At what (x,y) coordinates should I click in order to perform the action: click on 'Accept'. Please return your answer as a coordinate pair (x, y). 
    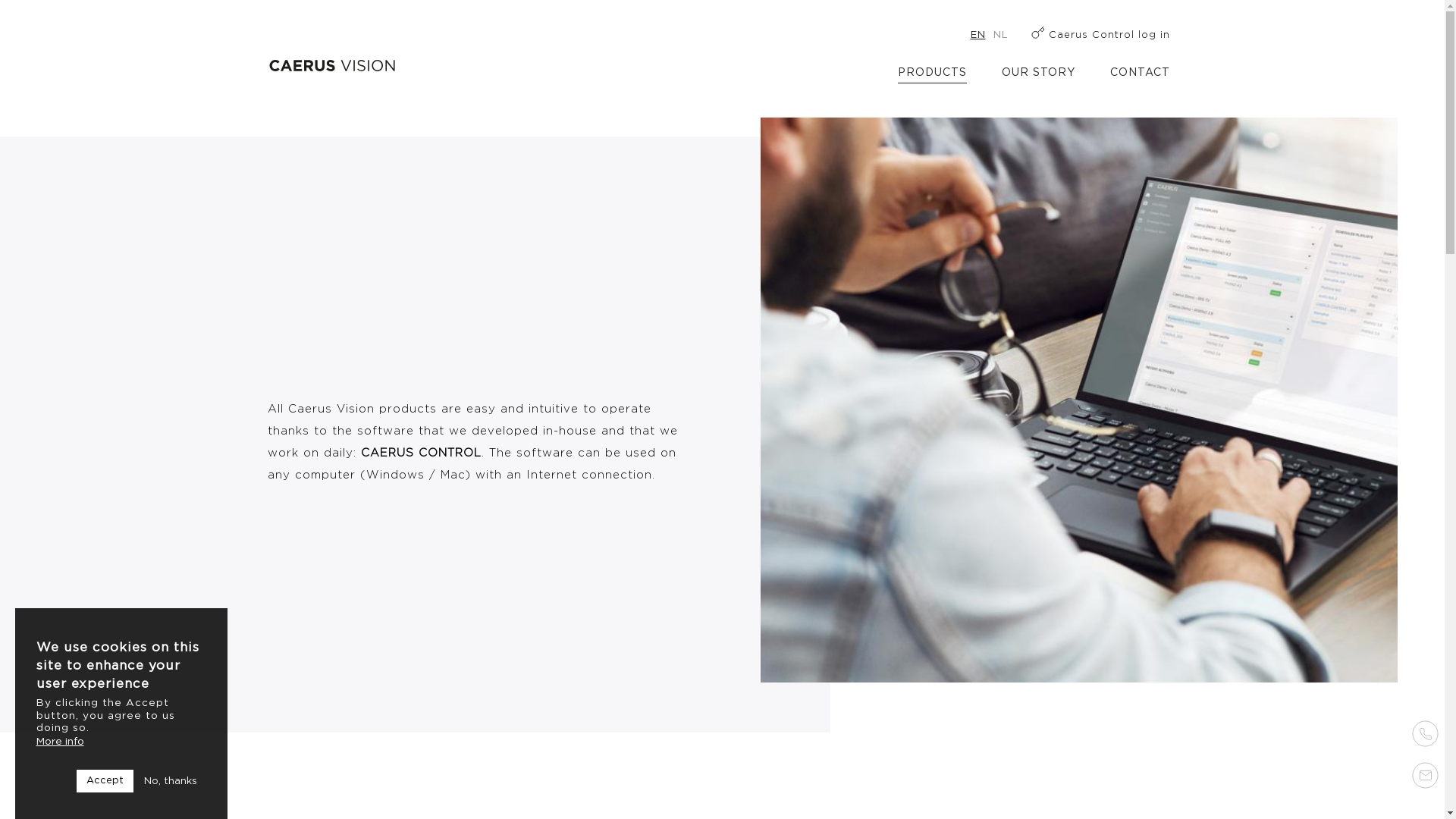
    Looking at the image, I should click on (103, 780).